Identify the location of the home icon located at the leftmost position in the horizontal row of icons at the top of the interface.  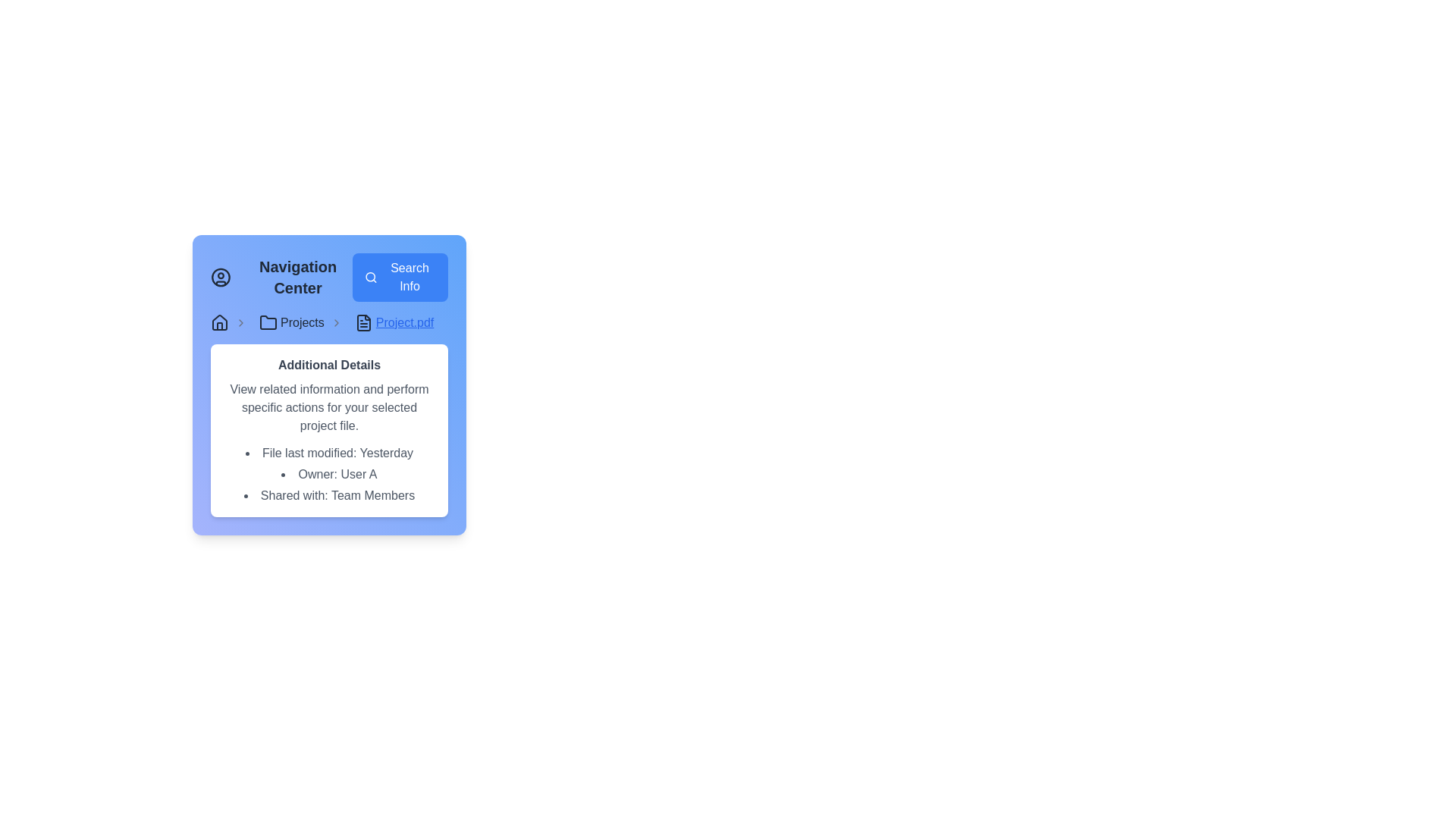
(218, 321).